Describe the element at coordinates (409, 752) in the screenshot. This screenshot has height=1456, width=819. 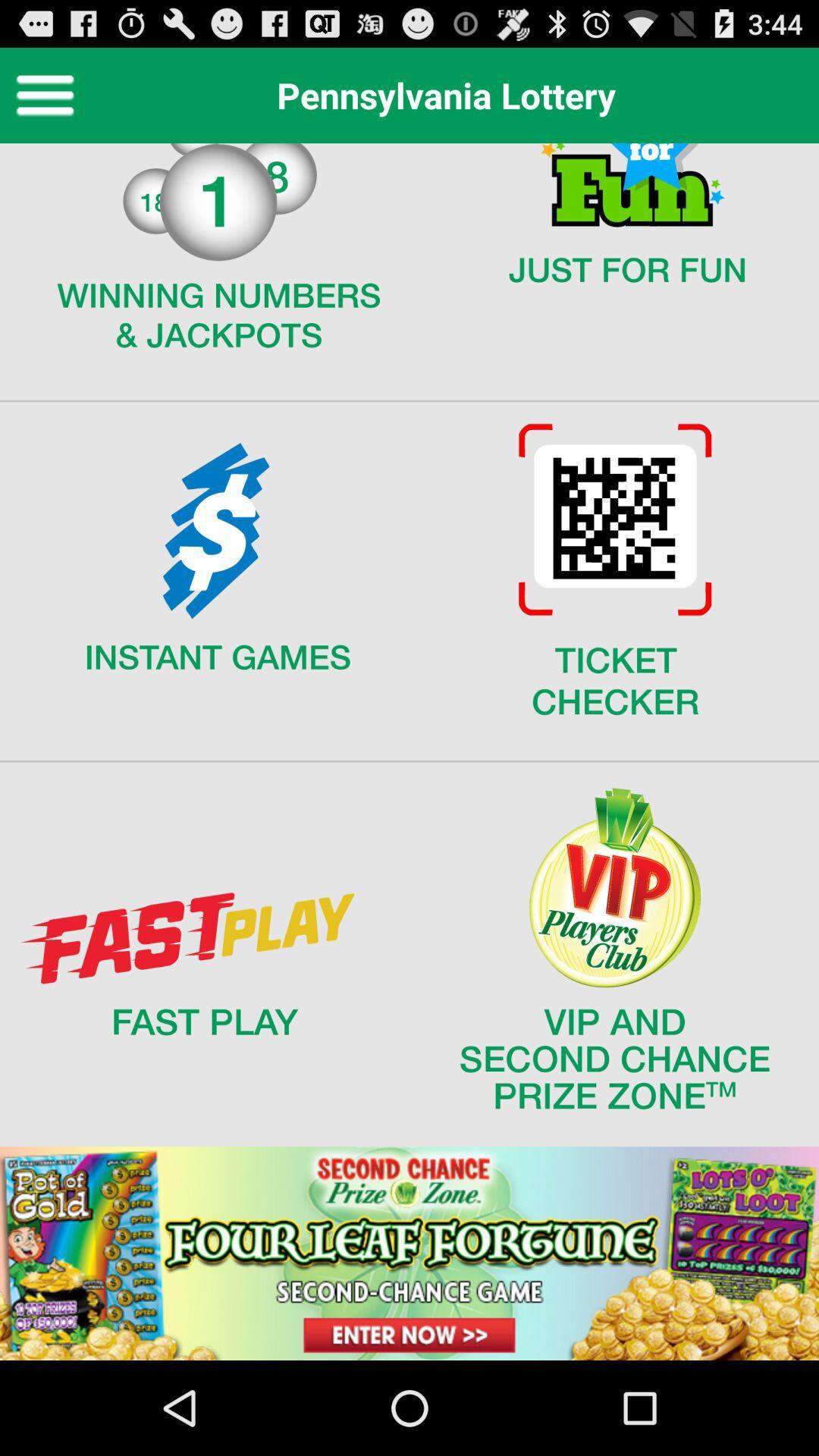
I see `display screen` at that location.